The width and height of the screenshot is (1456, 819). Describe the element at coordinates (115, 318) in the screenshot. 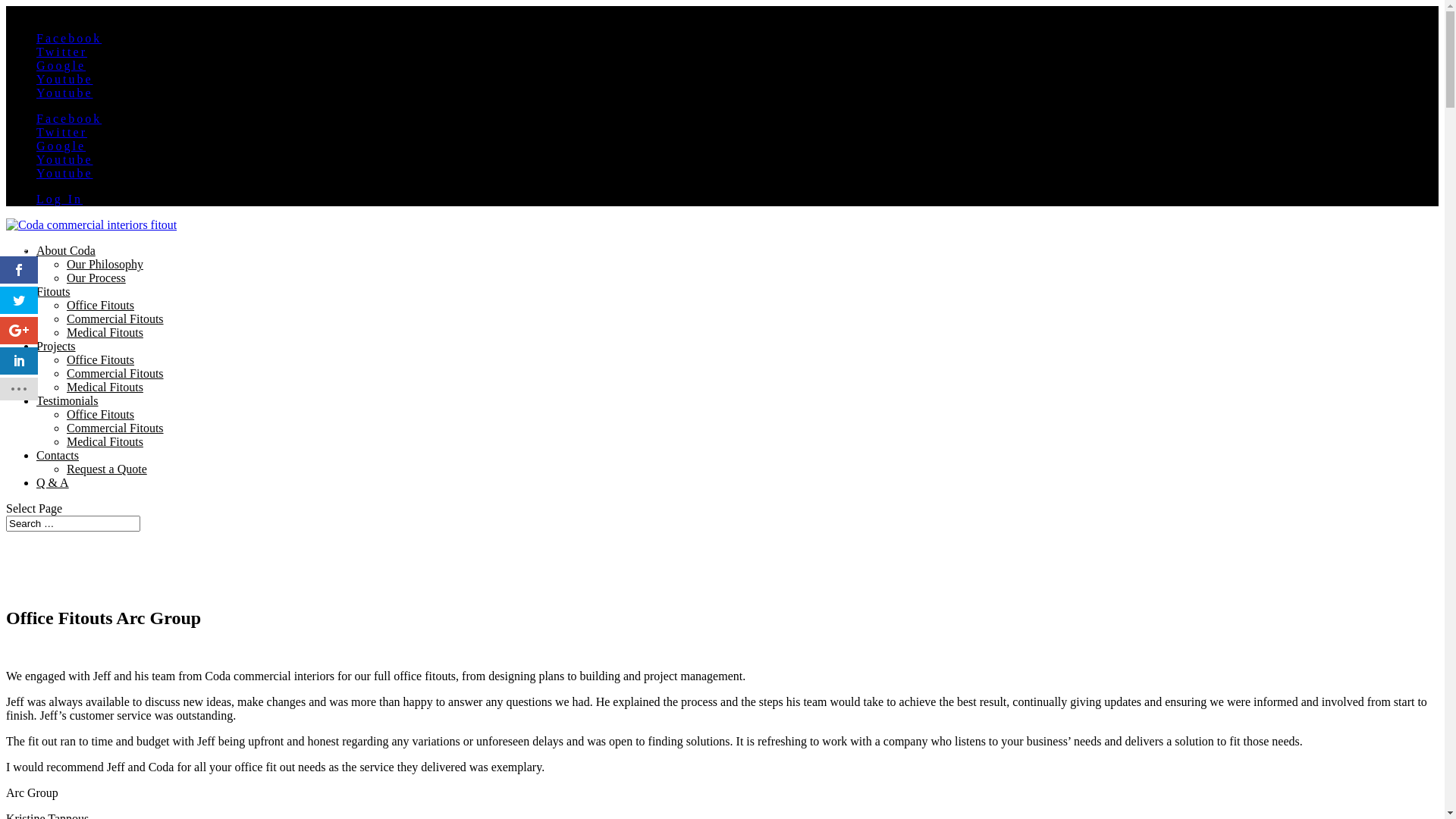

I see `'Commercial Fitouts'` at that location.